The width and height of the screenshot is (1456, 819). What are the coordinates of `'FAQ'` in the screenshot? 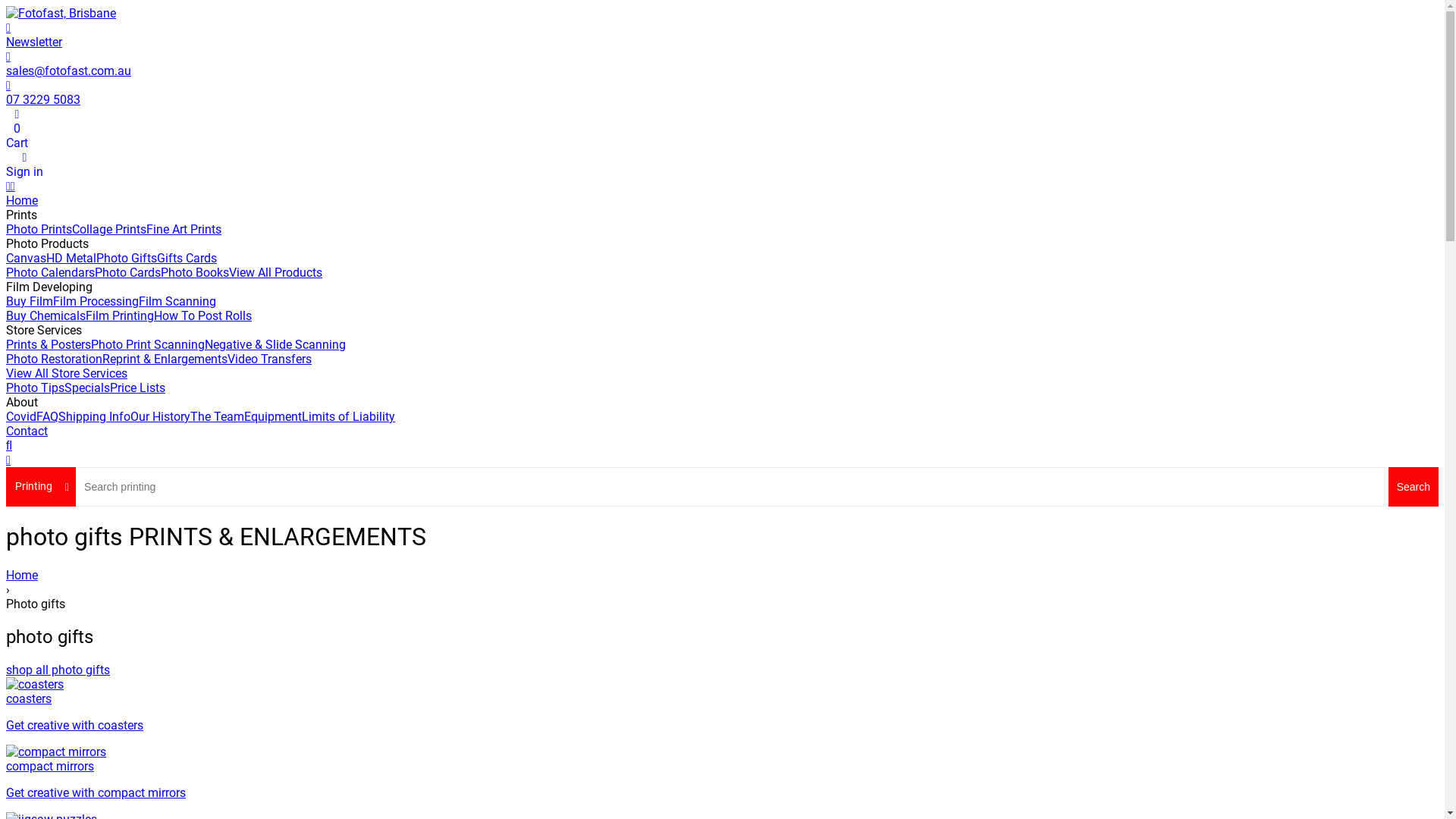 It's located at (47, 416).